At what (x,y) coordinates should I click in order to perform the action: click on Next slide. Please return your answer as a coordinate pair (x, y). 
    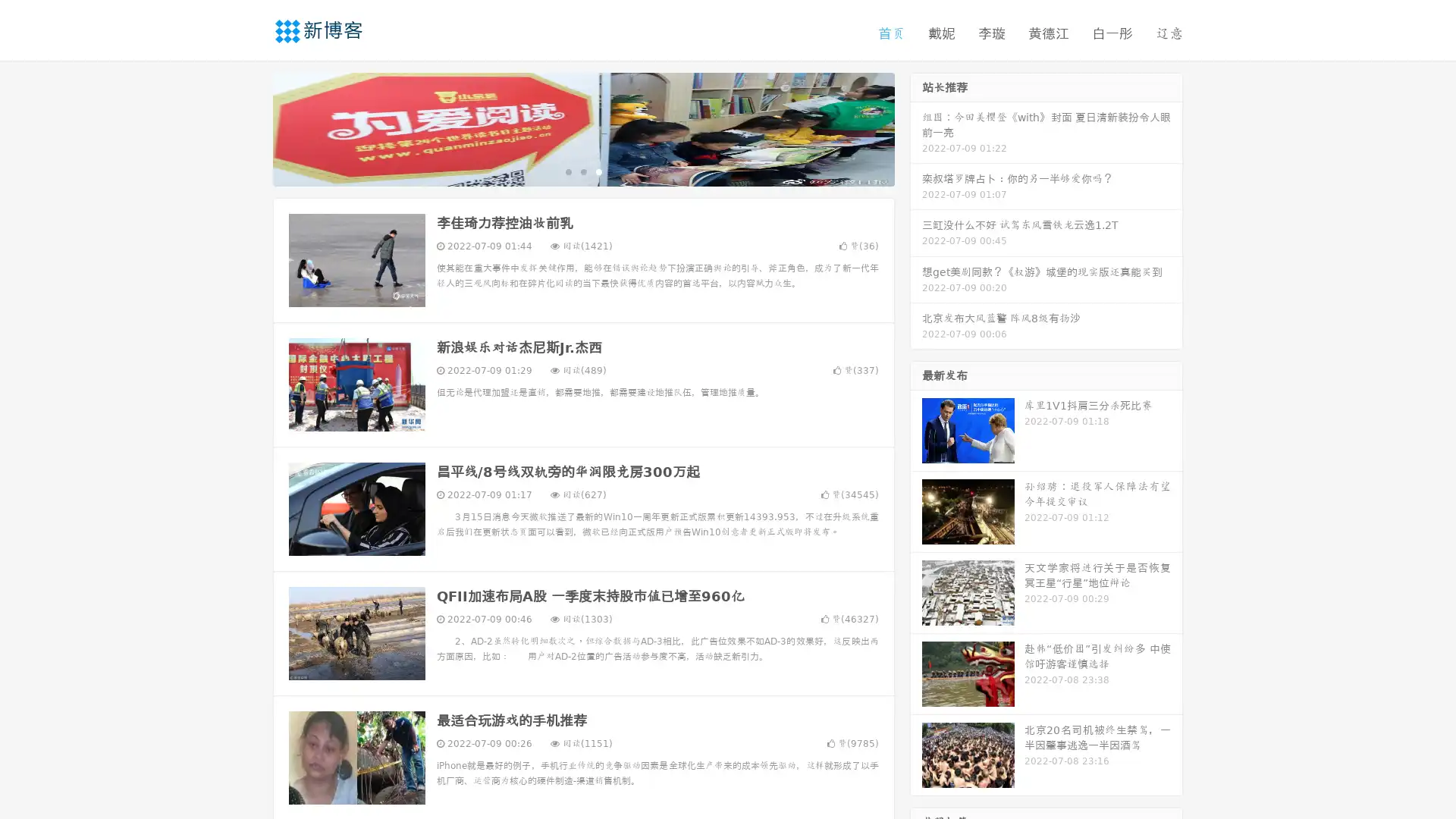
    Looking at the image, I should click on (916, 127).